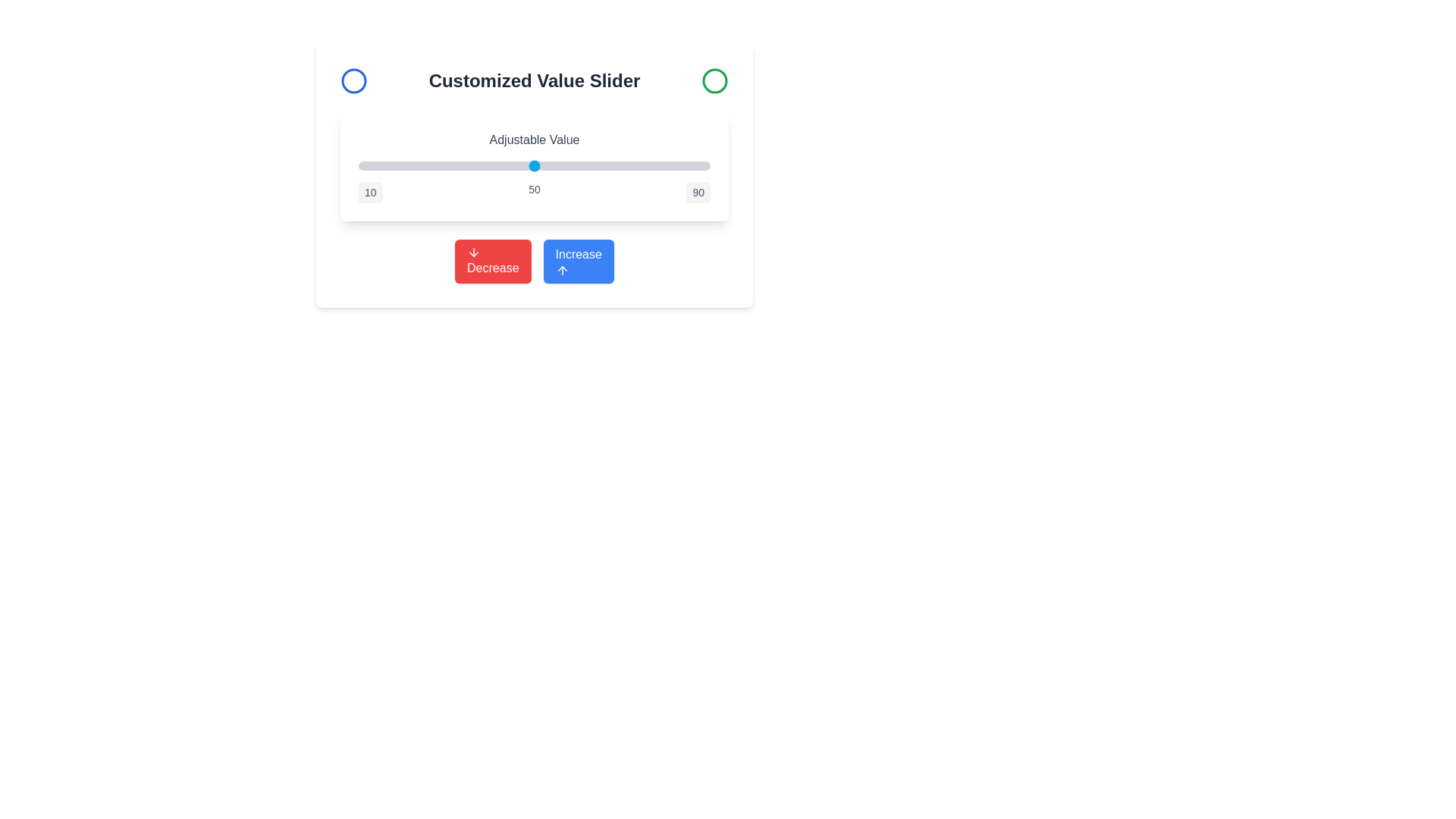 The image size is (1456, 819). Describe the element at coordinates (618, 166) in the screenshot. I see `adjustable value` at that location.